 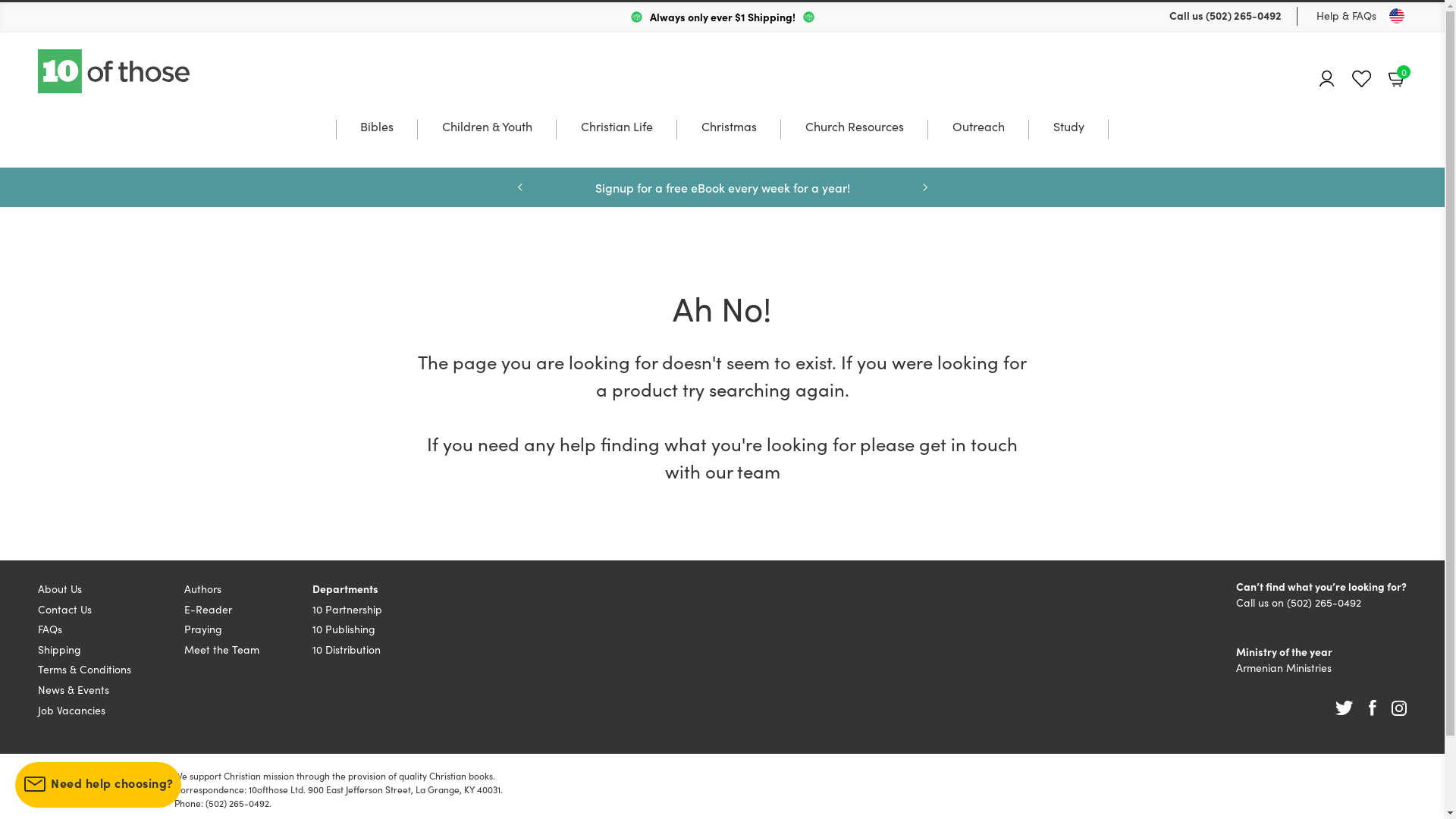 I want to click on 'get in touch', so click(x=967, y=443).